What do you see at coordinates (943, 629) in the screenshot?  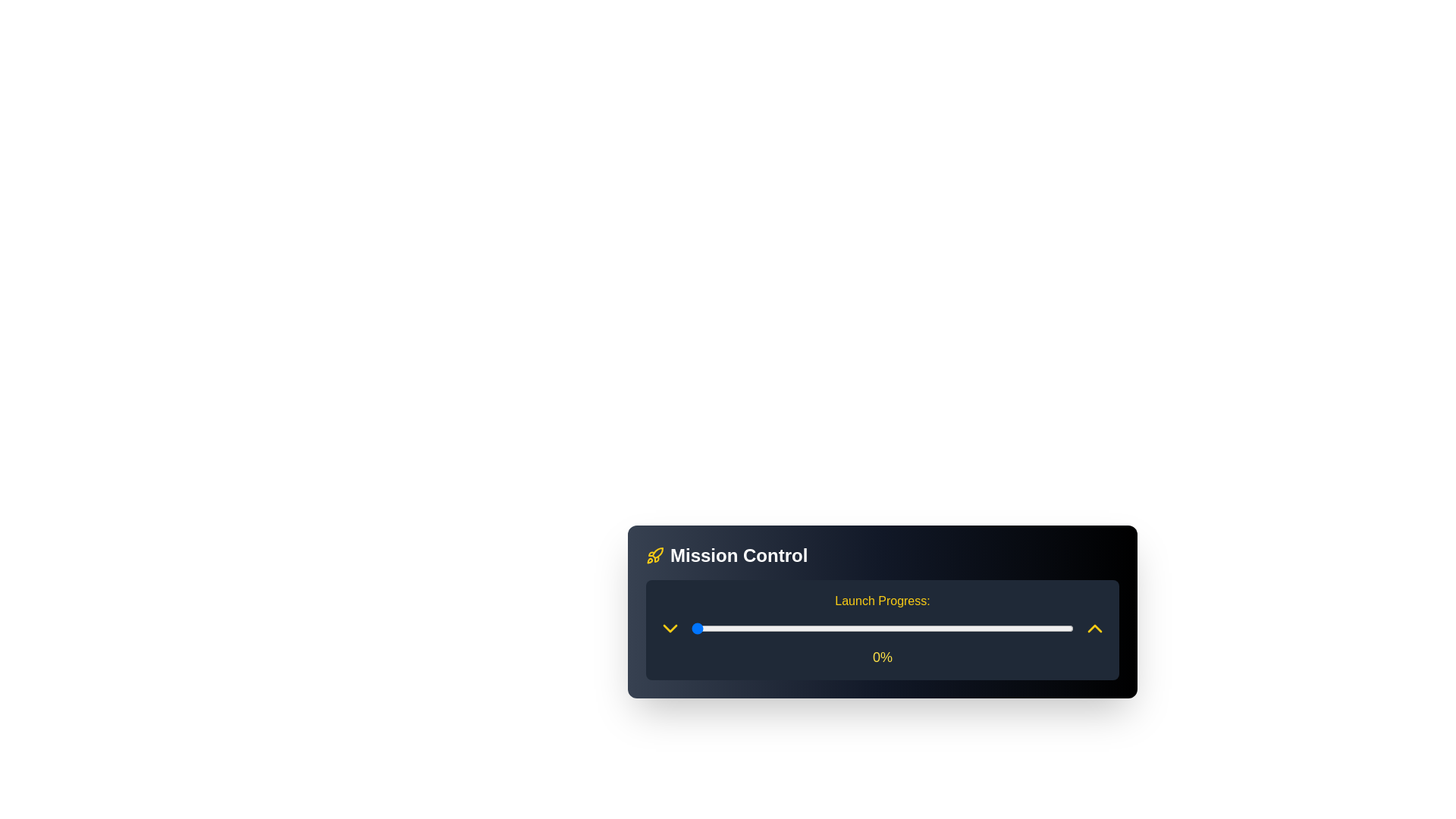 I see `the slider to set the launch progress to 66%` at bounding box center [943, 629].